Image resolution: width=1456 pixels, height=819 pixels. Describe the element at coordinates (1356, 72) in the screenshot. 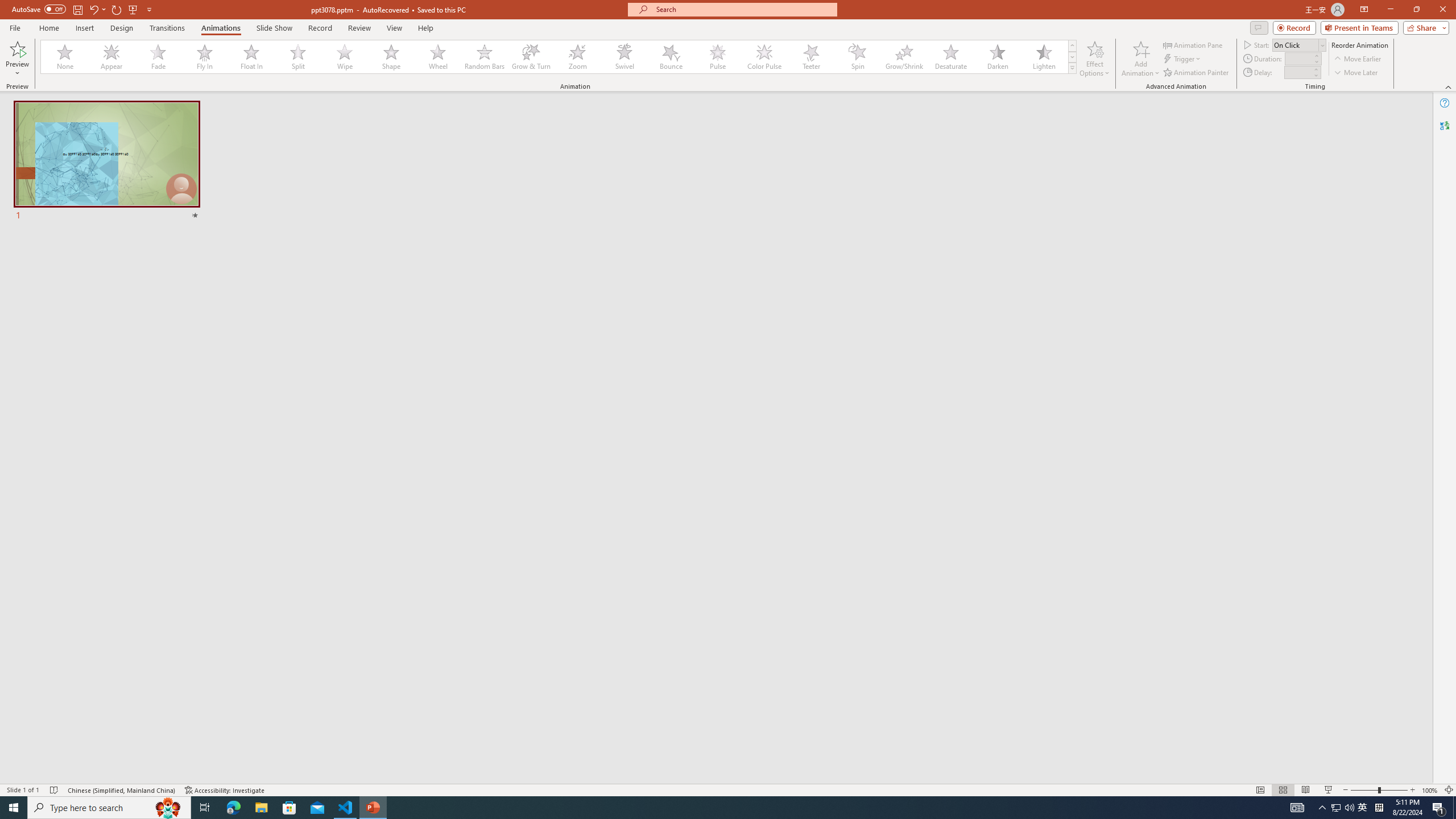

I see `'Move Later'` at that location.